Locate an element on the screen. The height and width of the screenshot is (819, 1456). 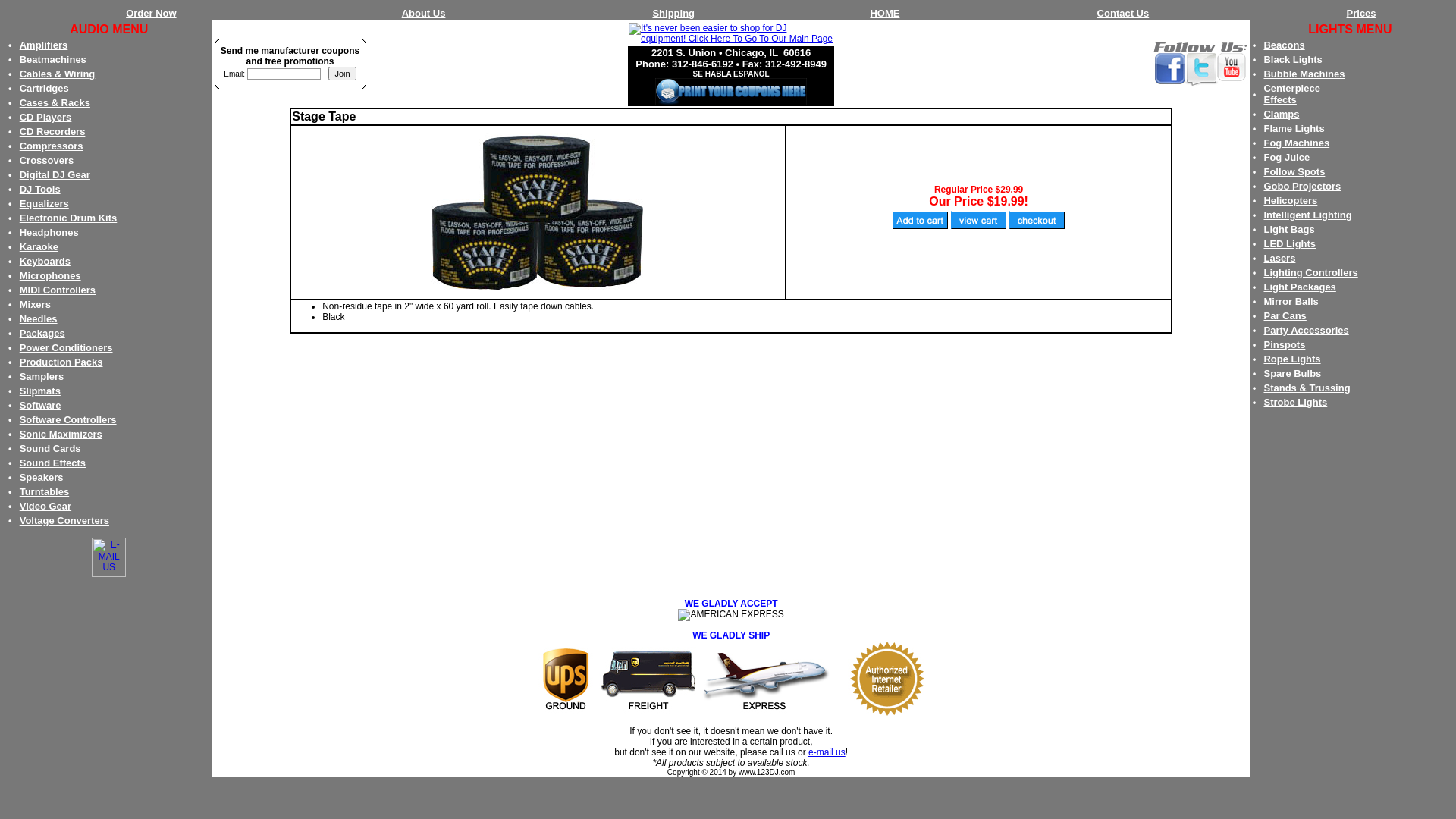
'Mirror Balls' is located at coordinates (1290, 301).